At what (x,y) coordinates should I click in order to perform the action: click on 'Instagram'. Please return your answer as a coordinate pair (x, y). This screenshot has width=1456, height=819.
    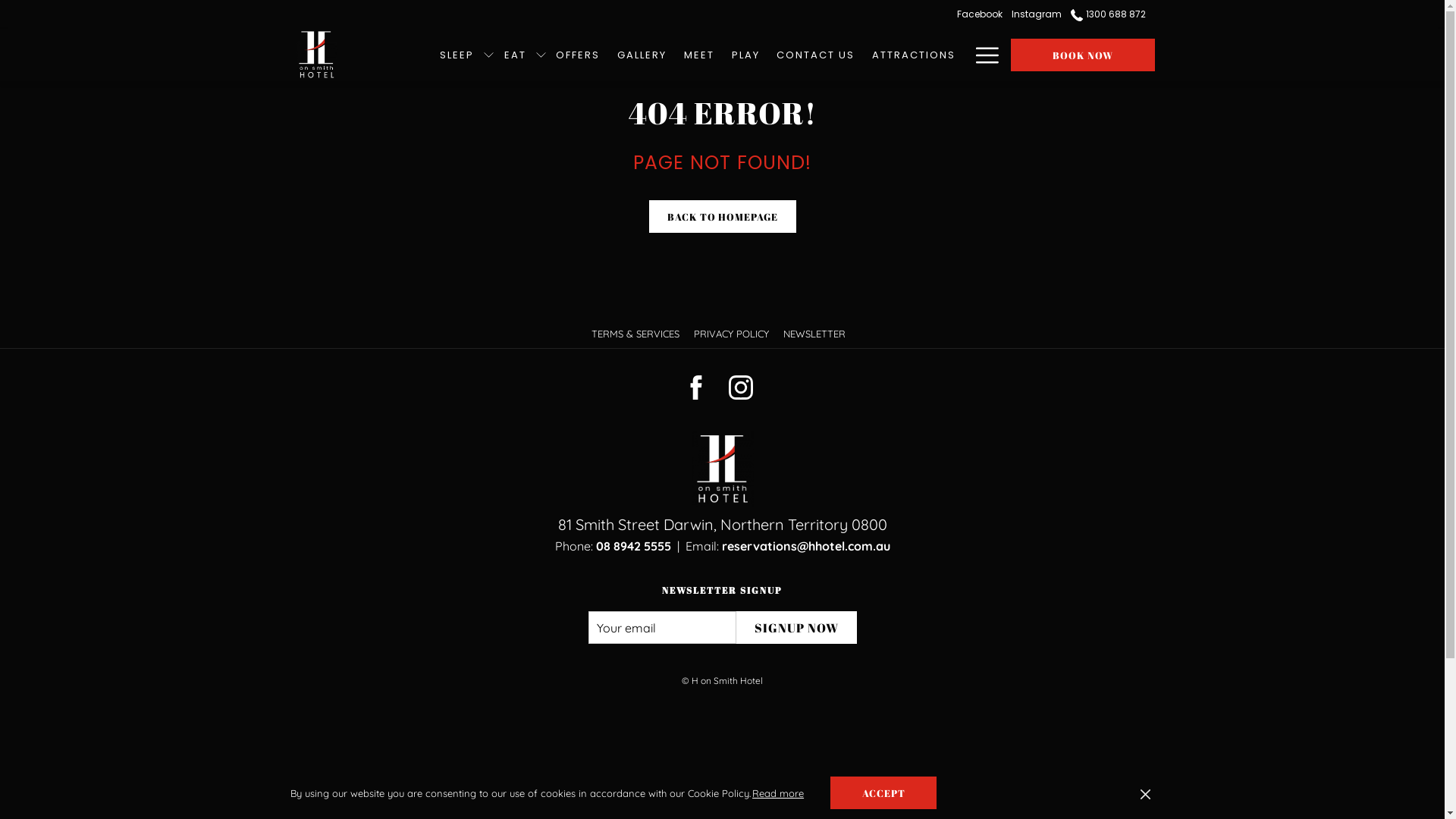
    Looking at the image, I should click on (1041, 14).